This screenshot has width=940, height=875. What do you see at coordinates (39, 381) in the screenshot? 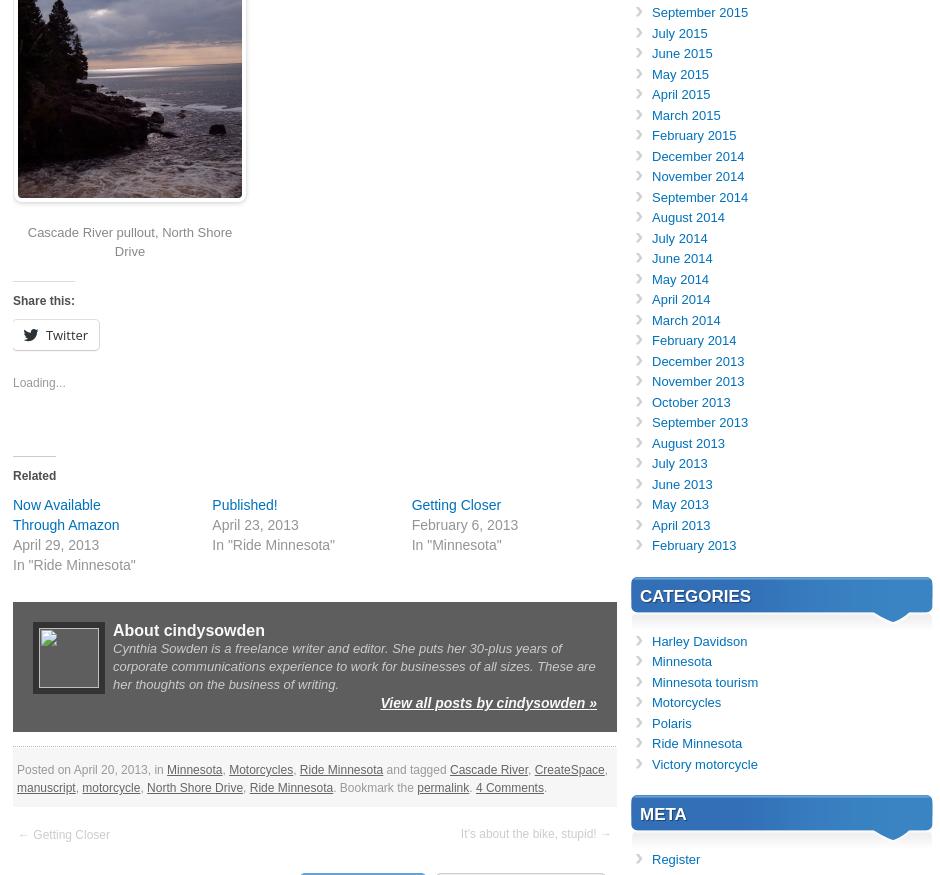
I see `'Loading...'` at bounding box center [39, 381].